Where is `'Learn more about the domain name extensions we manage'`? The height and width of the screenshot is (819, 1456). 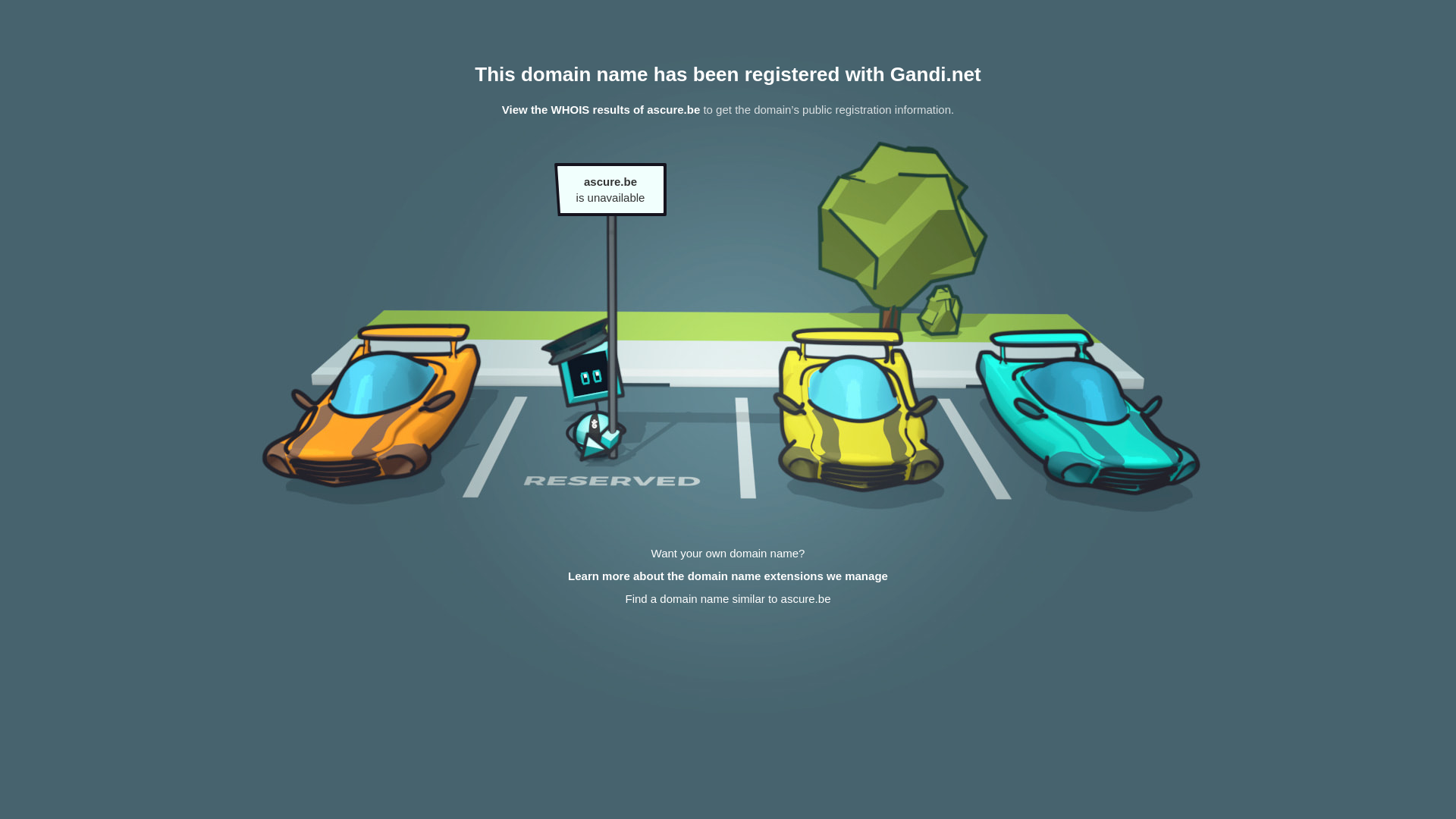 'Learn more about the domain name extensions we manage' is located at coordinates (728, 576).